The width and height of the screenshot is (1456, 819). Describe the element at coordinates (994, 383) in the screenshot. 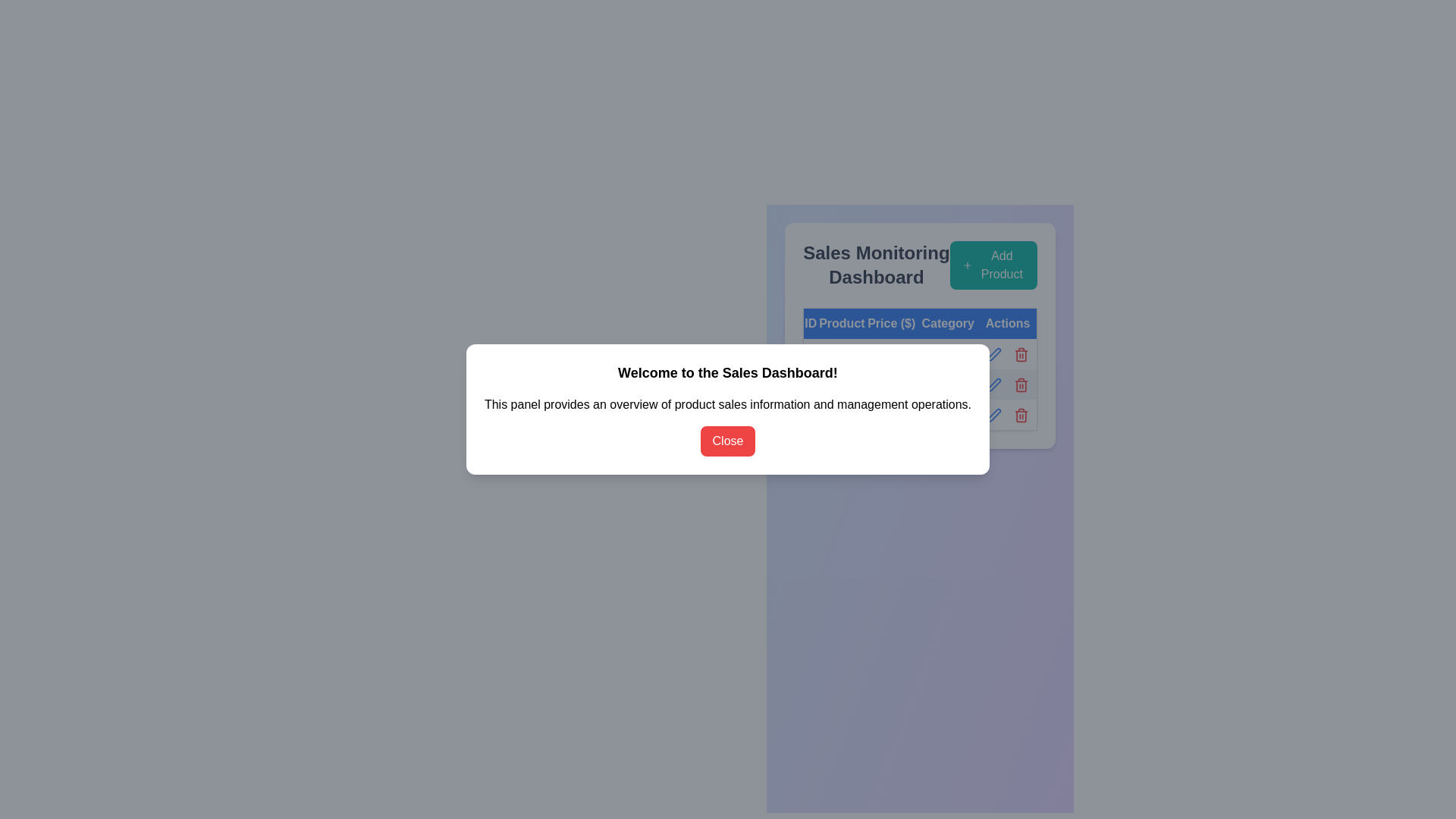

I see `the small blue pen-shaped icon button, which is located to the right of the 'Actions' row in the table` at that location.